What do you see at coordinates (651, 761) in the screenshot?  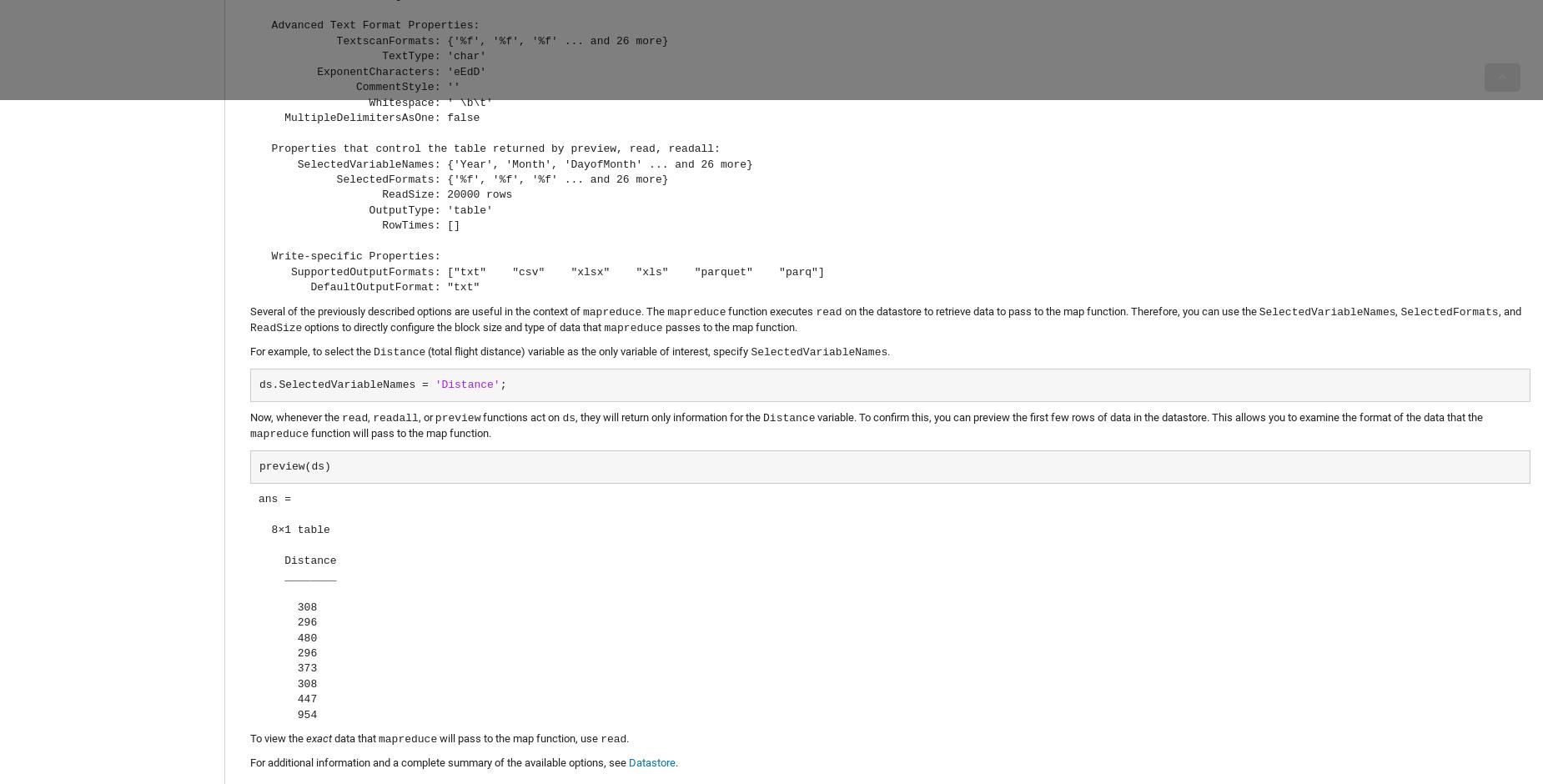 I see `'Datastore'` at bounding box center [651, 761].